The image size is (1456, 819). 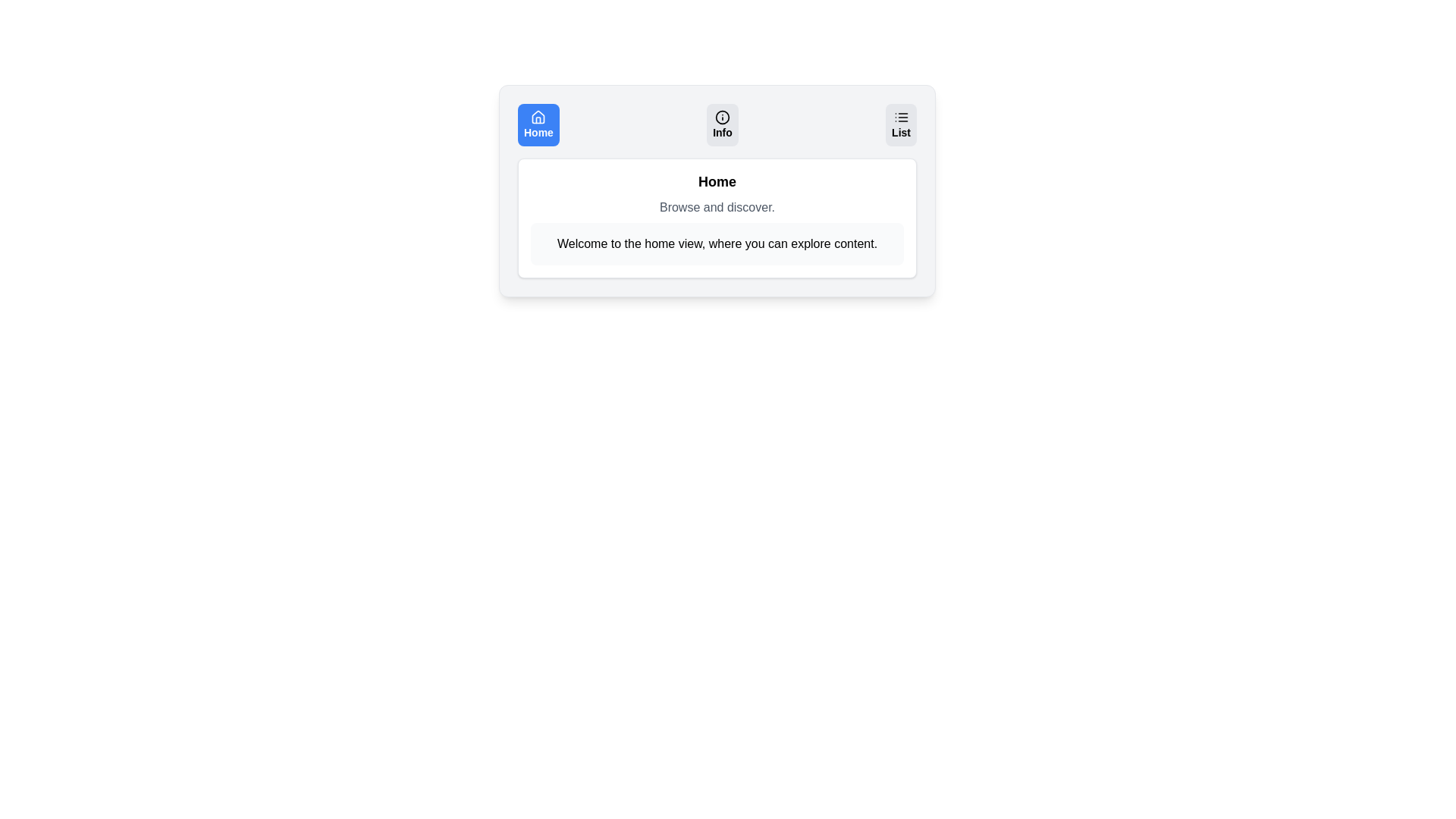 I want to click on the List tab, so click(x=901, y=124).